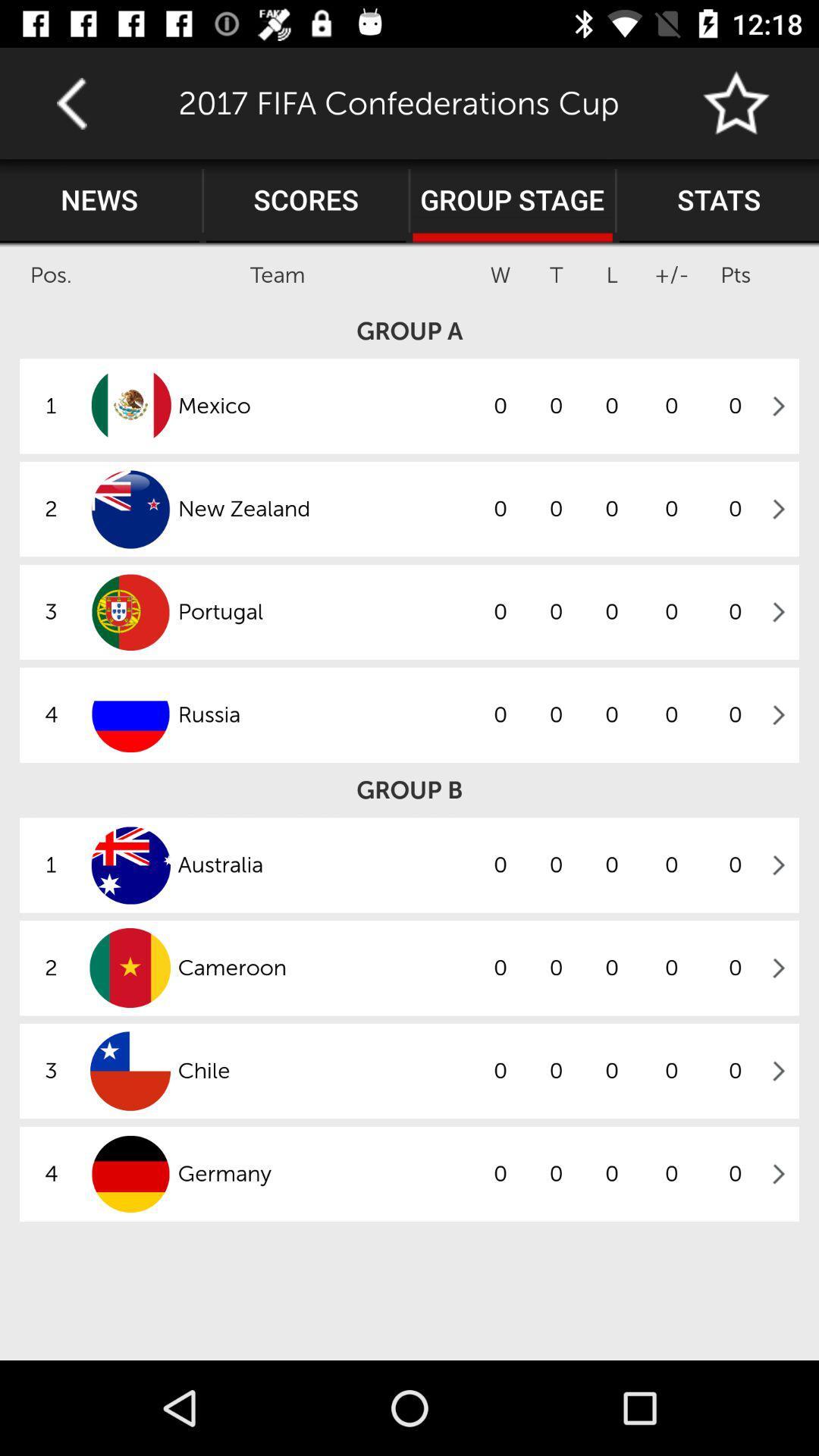  Describe the element at coordinates (736, 102) in the screenshot. I see `icon next to 2017 fifa confederations` at that location.